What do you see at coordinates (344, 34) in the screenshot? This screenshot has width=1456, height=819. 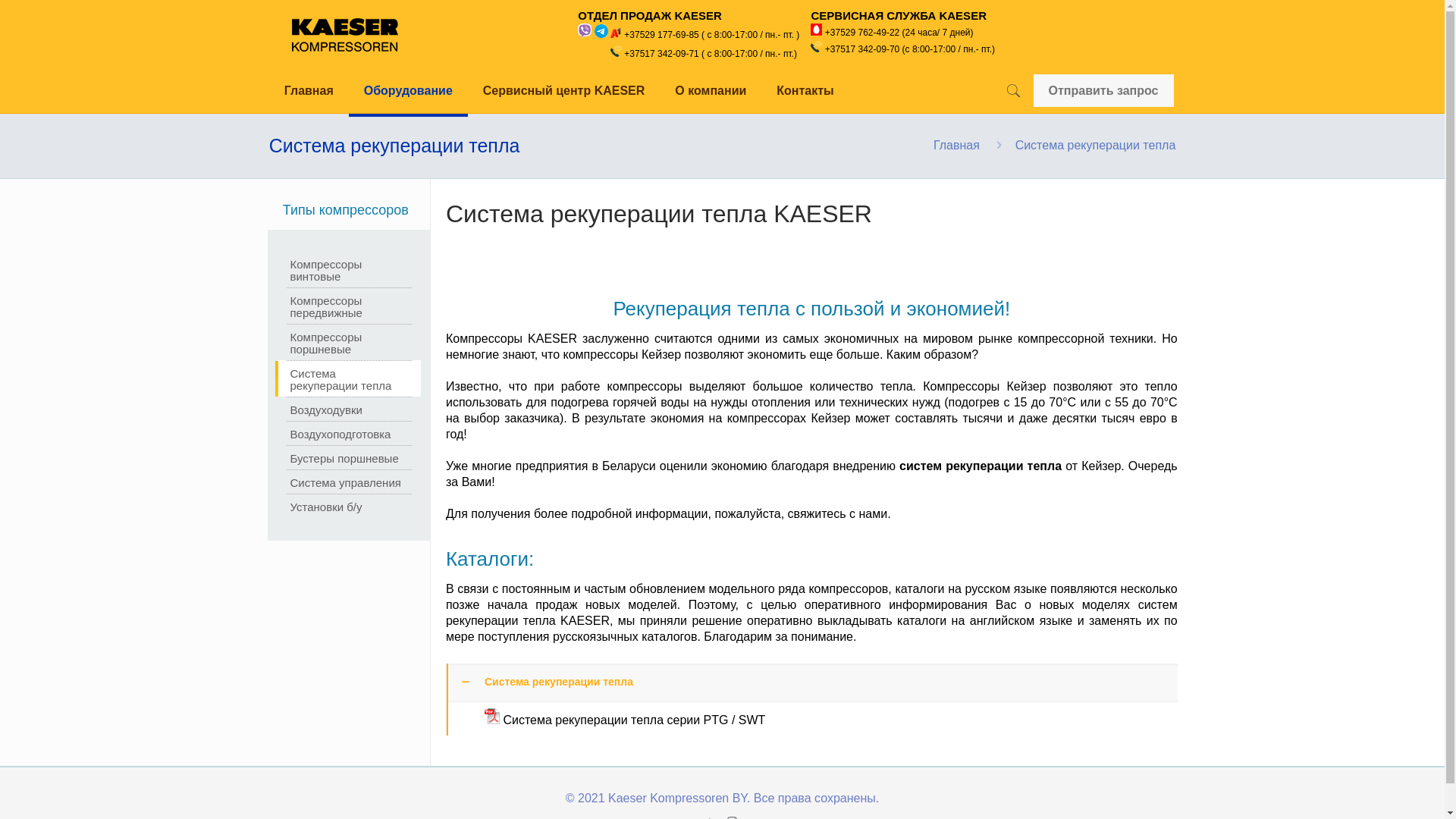 I see `'Kaeser Kompressoren BY'` at bounding box center [344, 34].